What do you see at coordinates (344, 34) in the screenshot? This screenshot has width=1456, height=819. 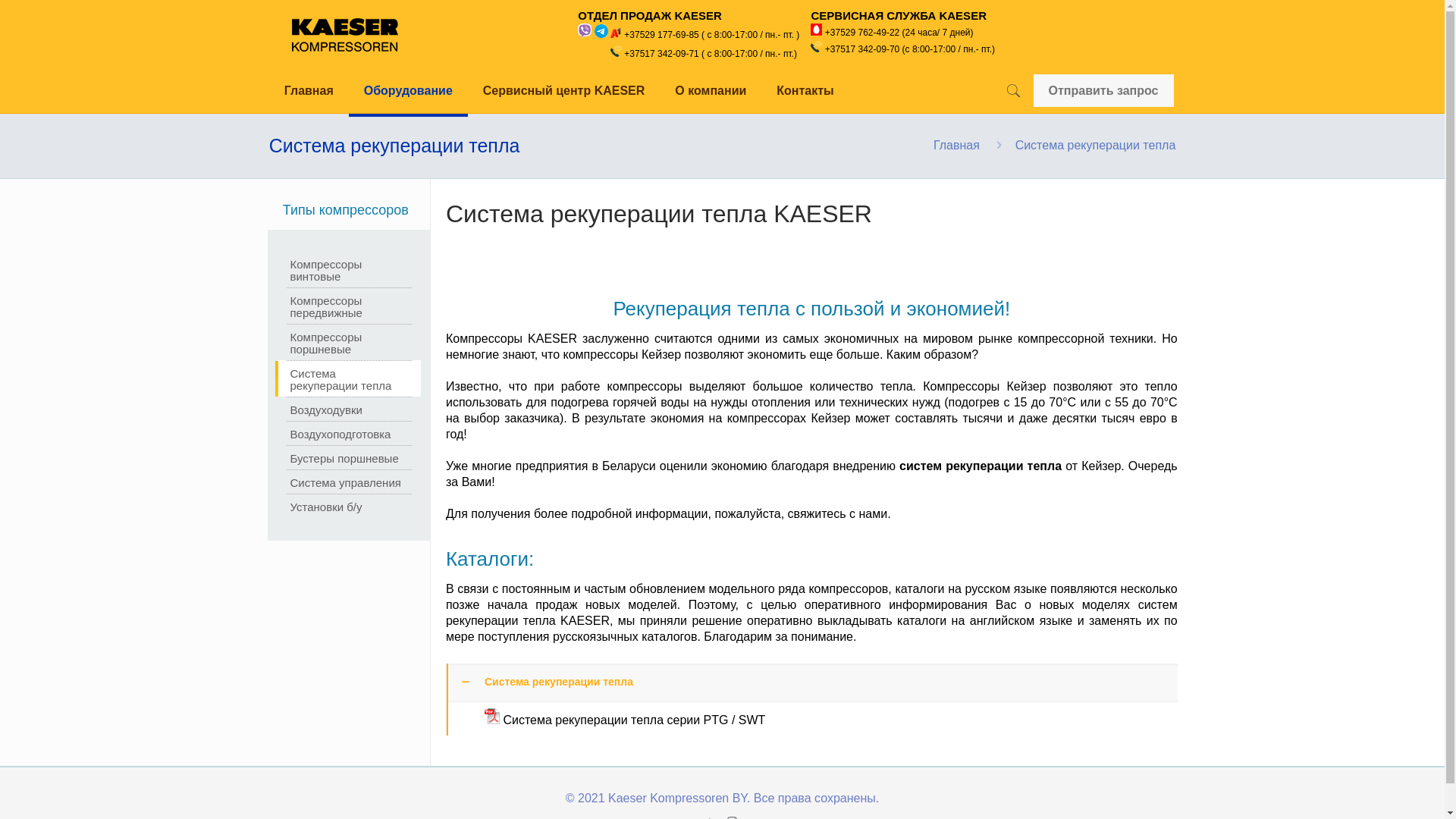 I see `'Kaeser Kompressoren BY'` at bounding box center [344, 34].